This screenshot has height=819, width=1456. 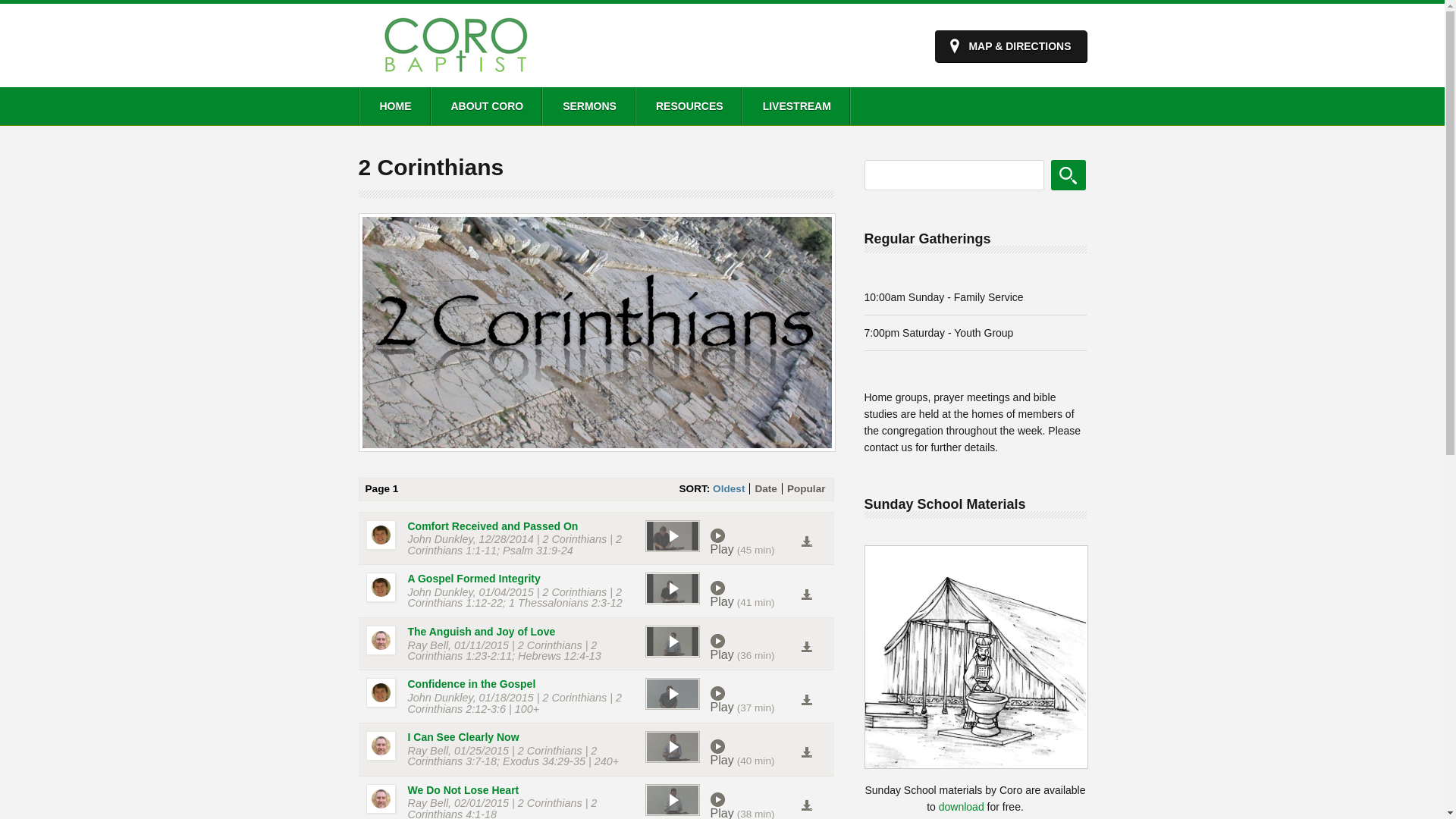 What do you see at coordinates (634, 105) in the screenshot?
I see `'RESOURCES'` at bounding box center [634, 105].